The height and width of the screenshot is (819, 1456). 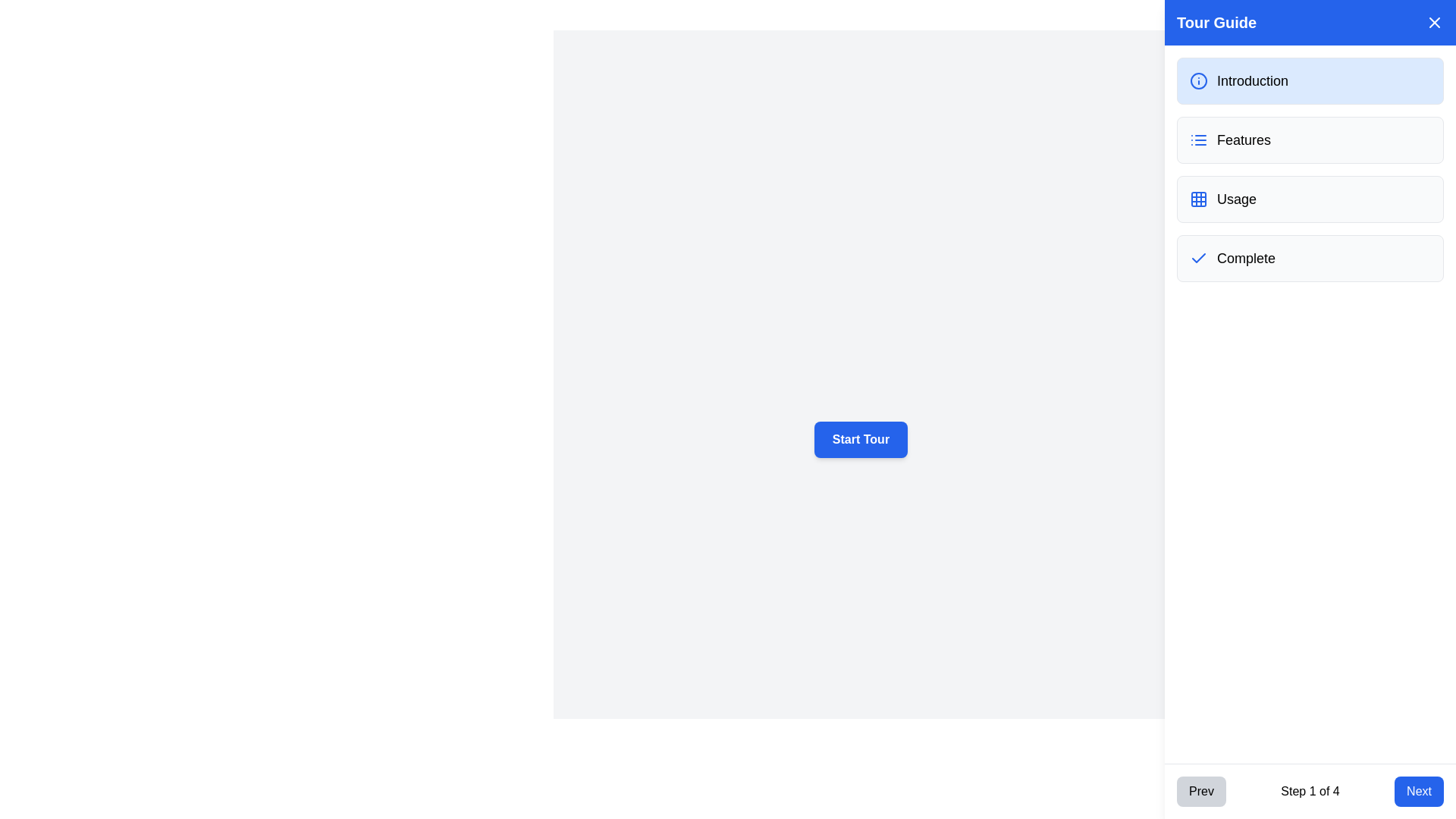 I want to click on the navigation button located at the bottom-left of the interface, which is used to go back to the previous step in the guided process, so click(x=1200, y=791).